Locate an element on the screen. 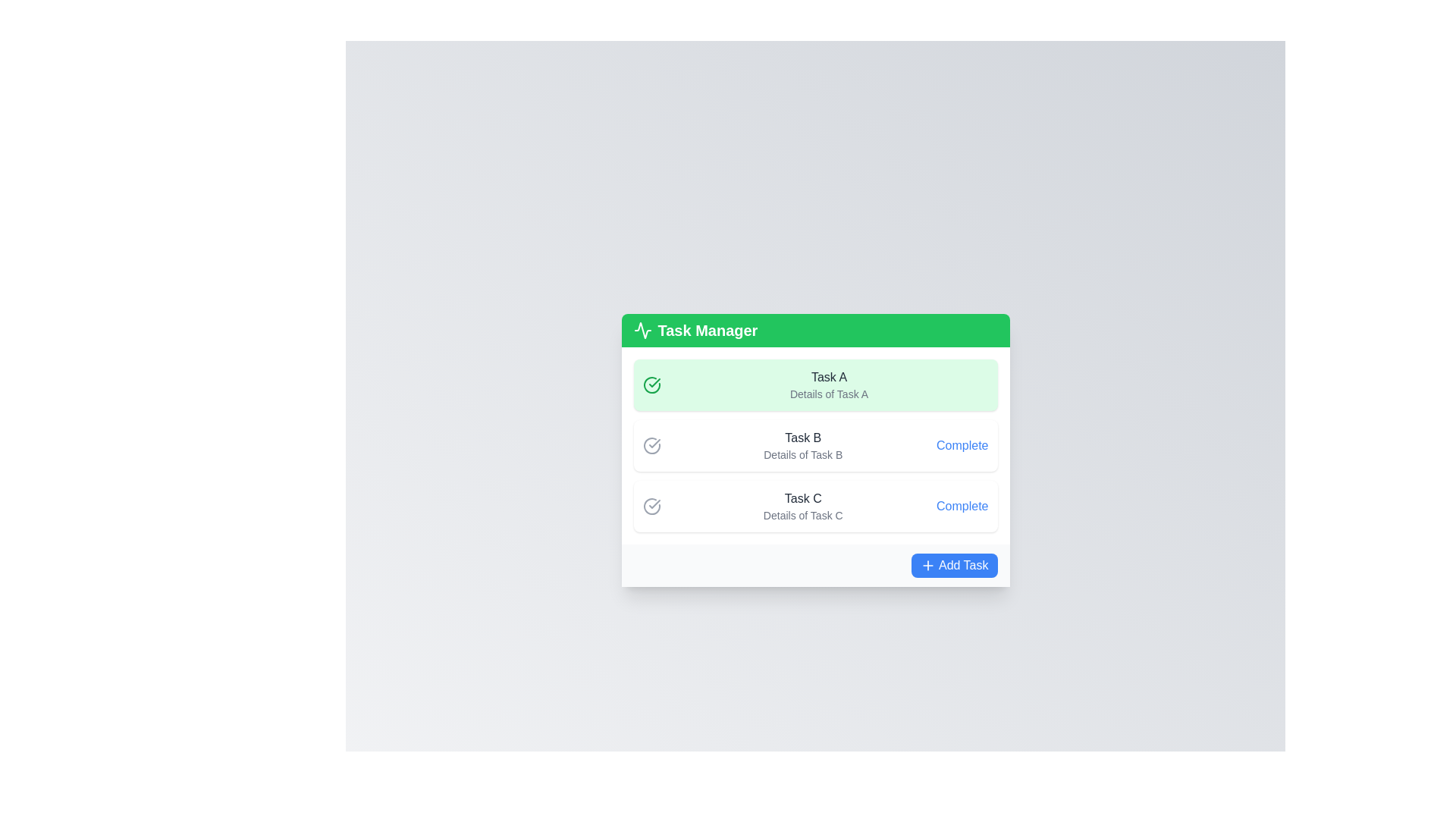 Image resolution: width=1456 pixels, height=819 pixels. the clickable text that marks 'Task B' as complete to change its color is located at coordinates (962, 444).